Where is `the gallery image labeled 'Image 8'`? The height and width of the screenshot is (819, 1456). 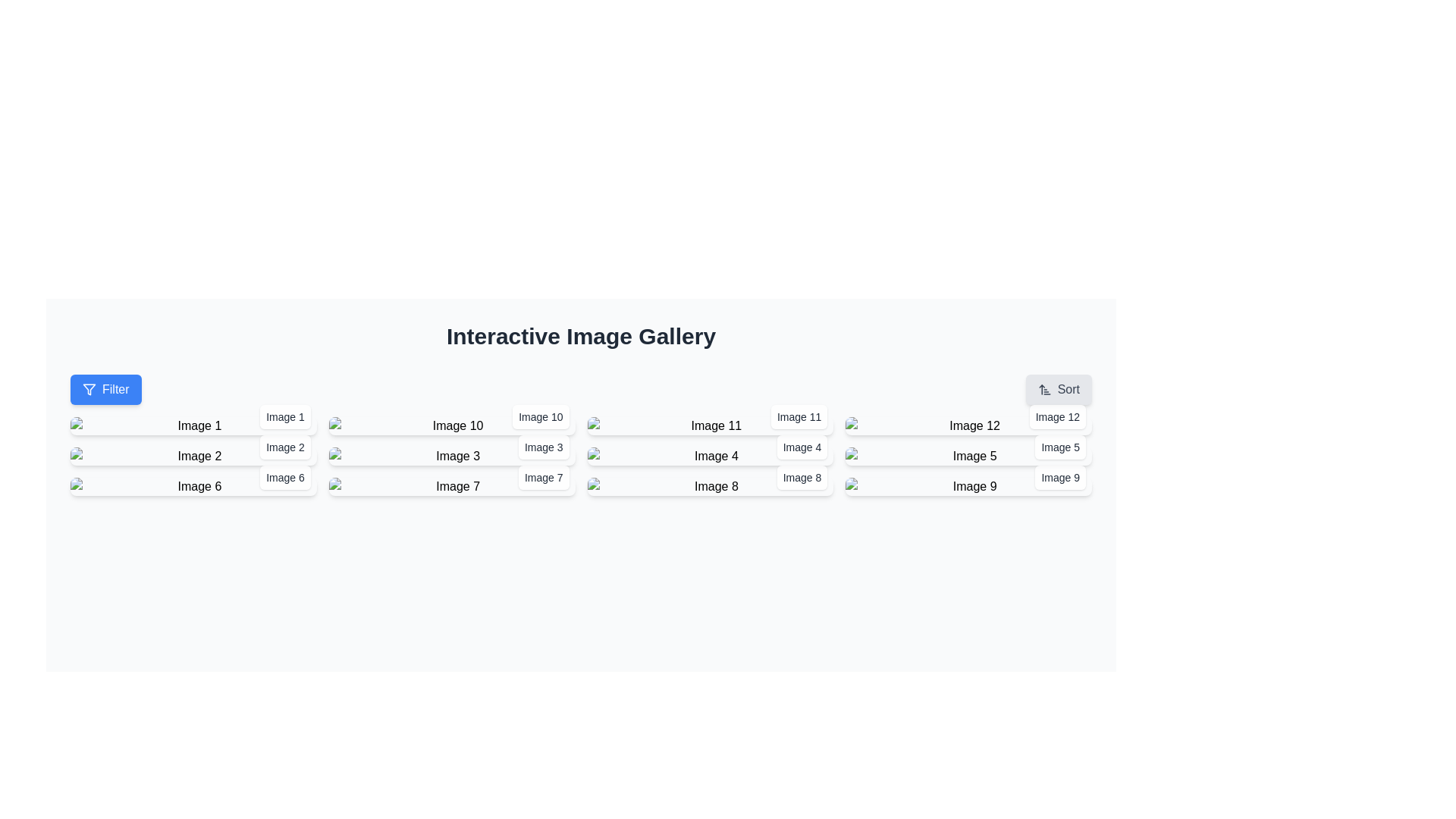 the gallery image labeled 'Image 8' is located at coordinates (709, 486).